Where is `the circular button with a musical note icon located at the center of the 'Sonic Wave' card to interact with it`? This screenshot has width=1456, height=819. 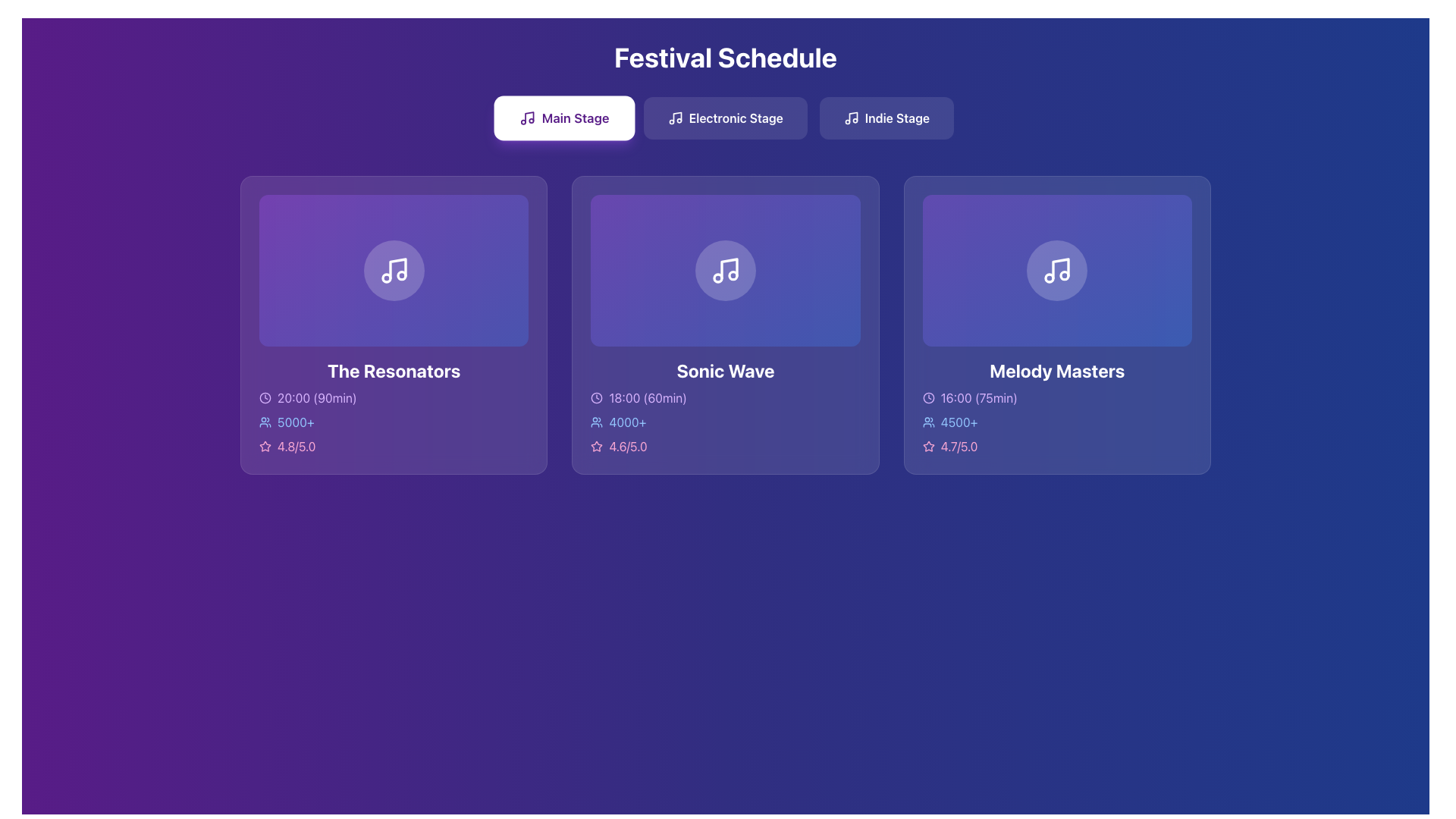 the circular button with a musical note icon located at the center of the 'Sonic Wave' card to interact with it is located at coordinates (724, 269).